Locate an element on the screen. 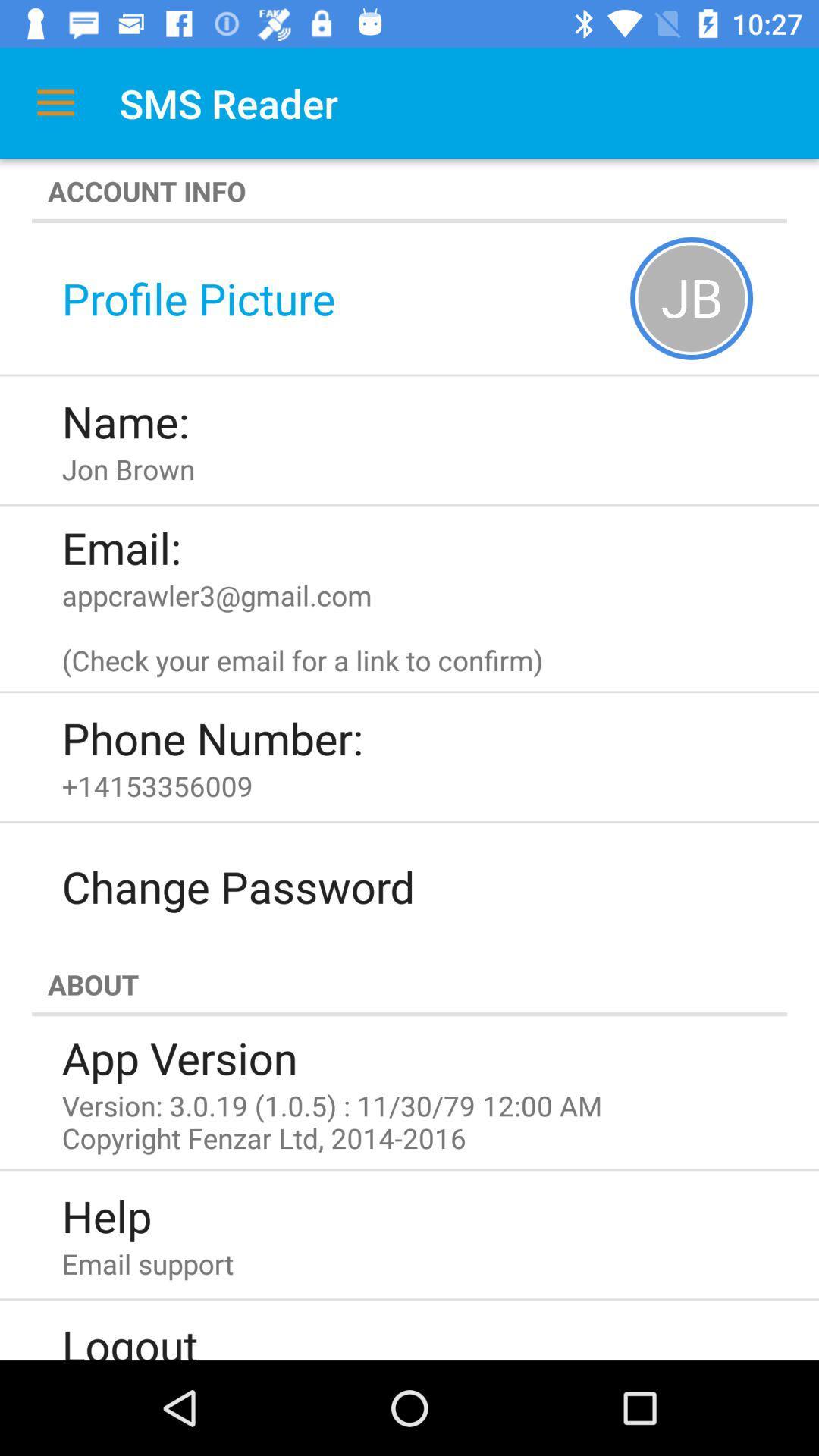 The height and width of the screenshot is (1456, 819). about is located at coordinates (409, 984).